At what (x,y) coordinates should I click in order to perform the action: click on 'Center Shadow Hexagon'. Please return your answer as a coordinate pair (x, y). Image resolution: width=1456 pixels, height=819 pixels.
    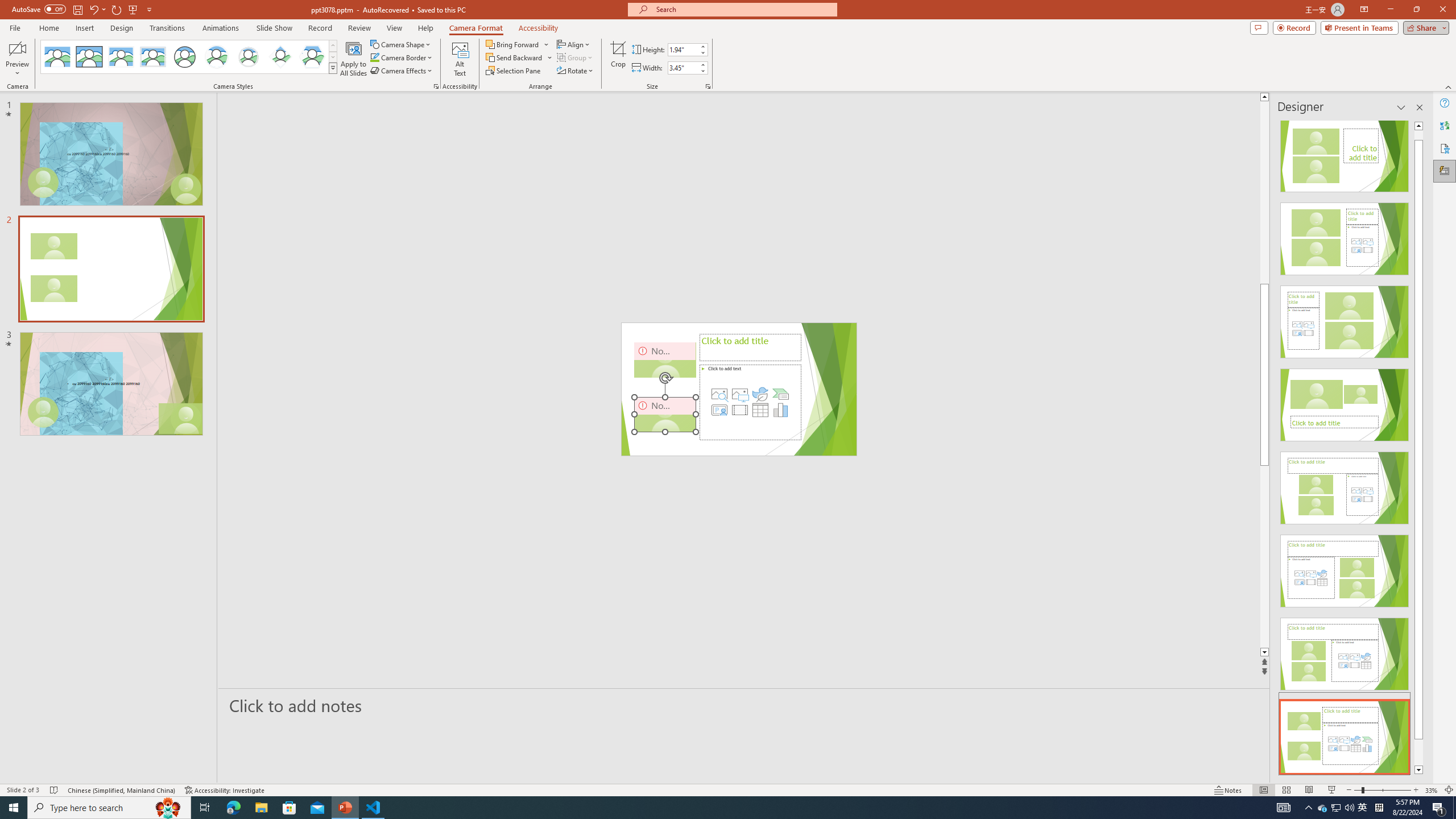
    Looking at the image, I should click on (312, 56).